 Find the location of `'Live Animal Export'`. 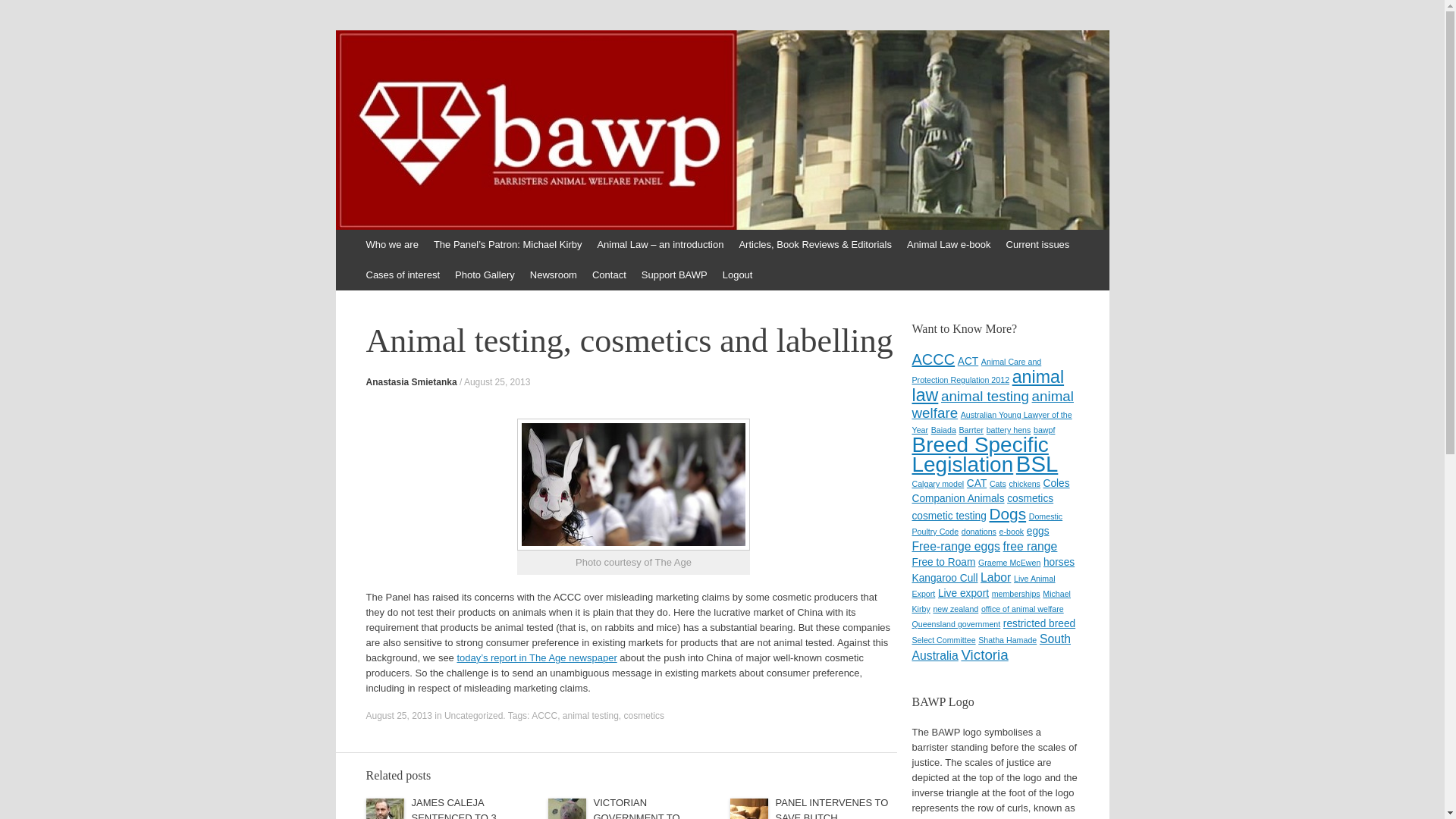

'Live Animal Export' is located at coordinates (983, 585).